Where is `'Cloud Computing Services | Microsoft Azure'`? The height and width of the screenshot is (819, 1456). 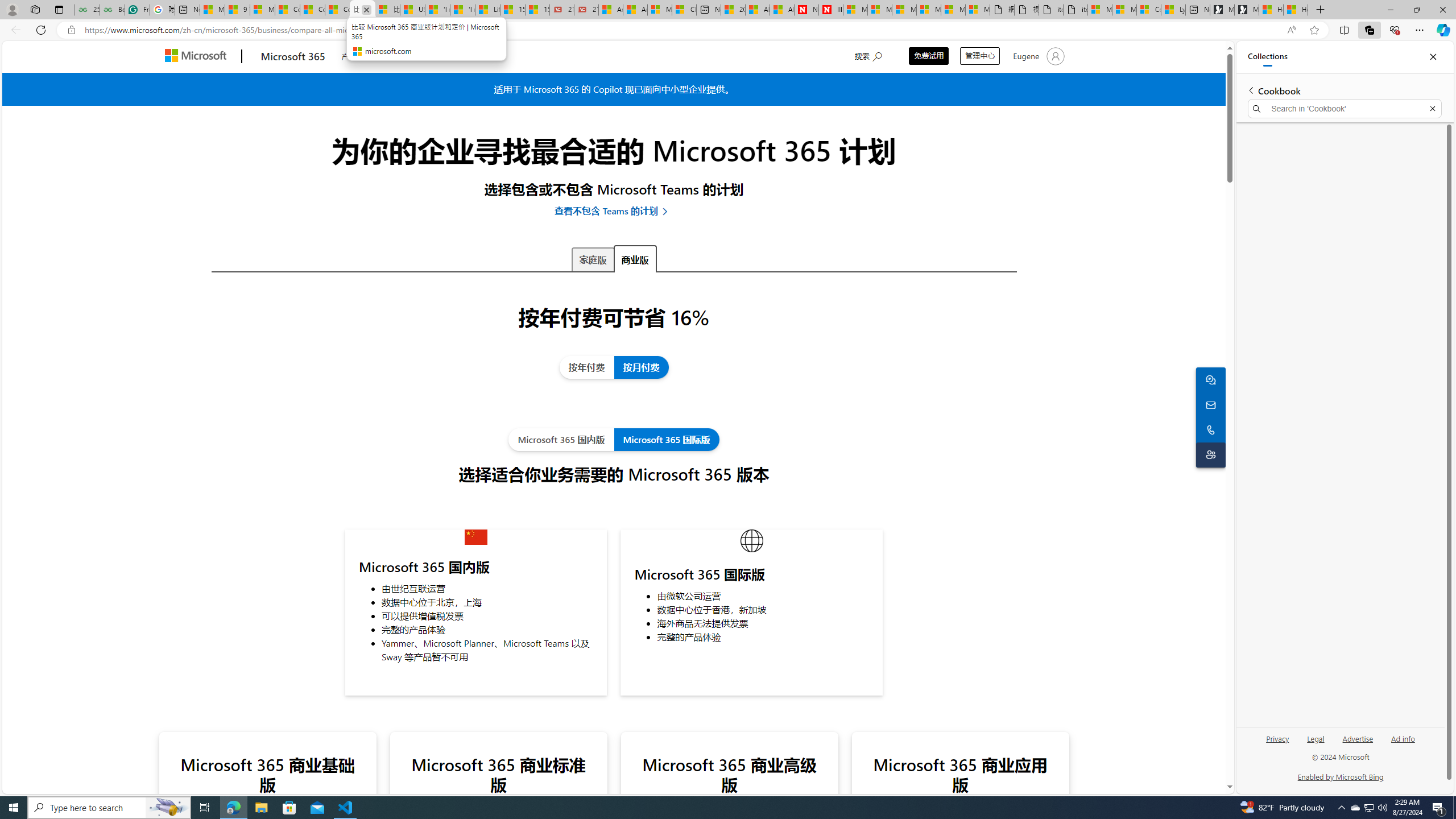 'Cloud Computing Services | Microsoft Azure' is located at coordinates (684, 9).